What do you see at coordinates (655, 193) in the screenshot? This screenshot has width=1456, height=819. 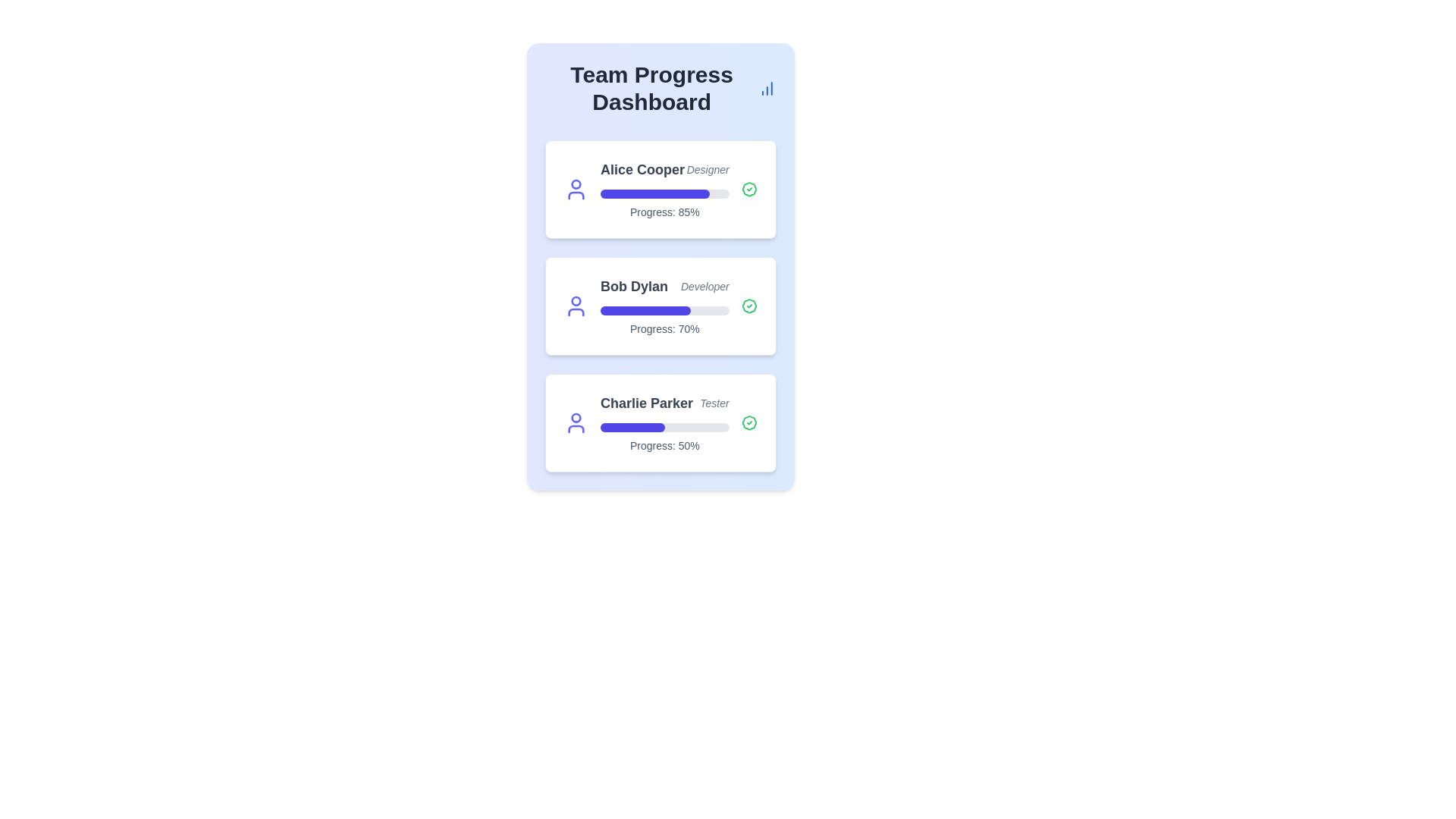 I see `the progress bar located under the name 'Alice Cooper' and above the text 'Progress: 85%' in the 'Team Progress Dashboard'` at bounding box center [655, 193].